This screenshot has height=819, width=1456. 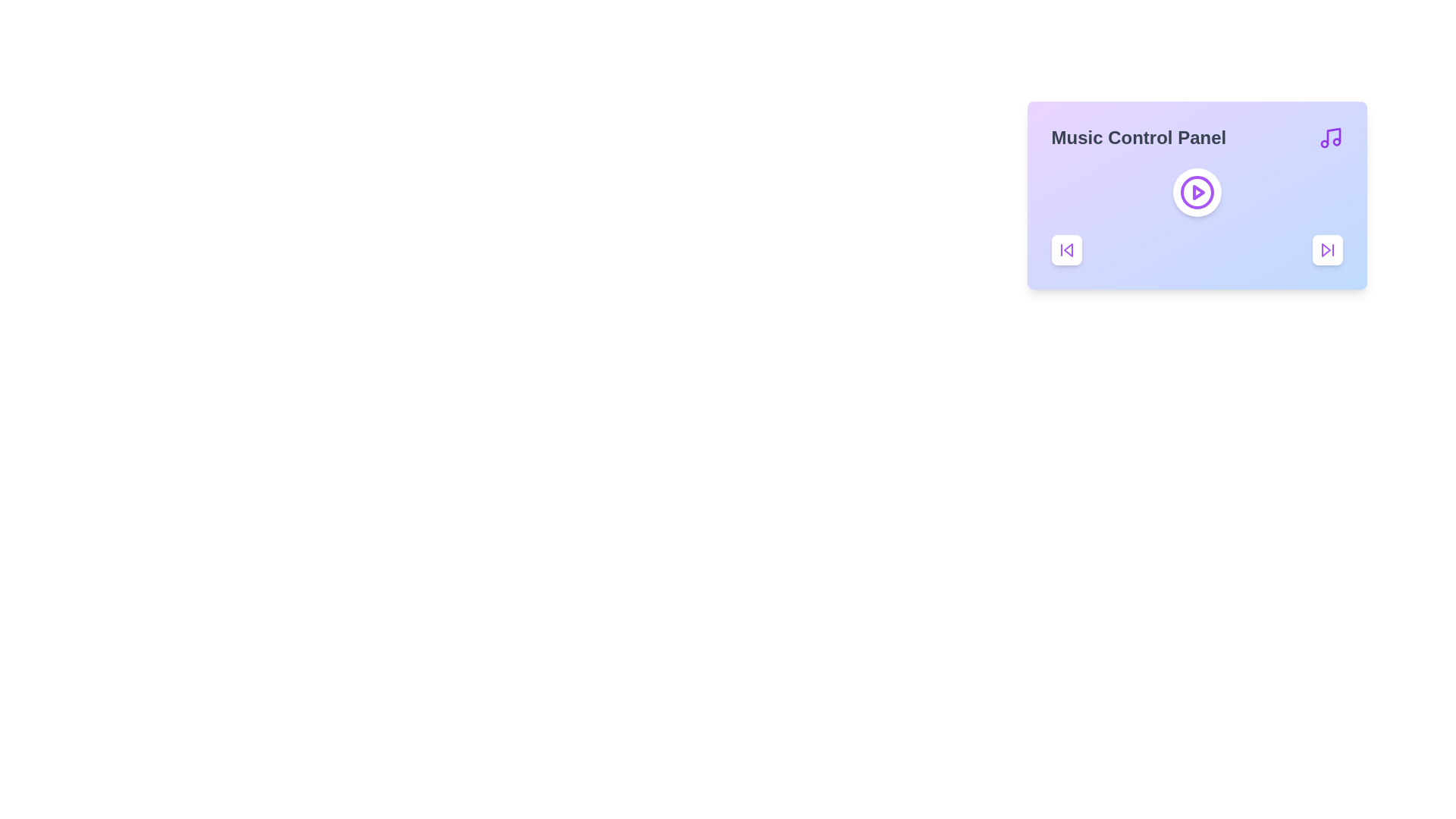 I want to click on the purple triangular play icon within the circular boundary in the music control interface, so click(x=1197, y=192).